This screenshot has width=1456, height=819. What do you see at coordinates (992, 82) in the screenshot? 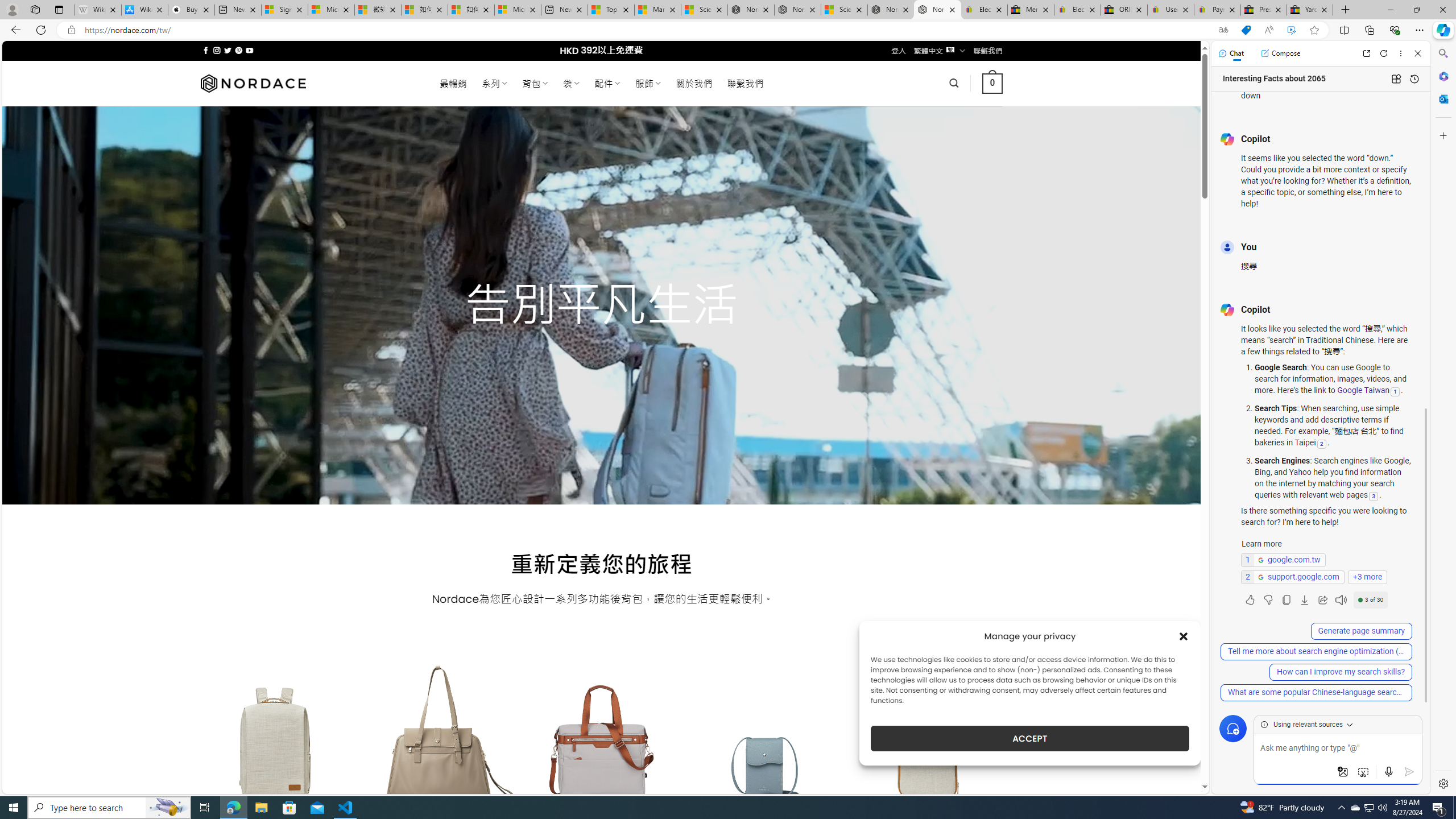
I see `' 0 '` at bounding box center [992, 82].